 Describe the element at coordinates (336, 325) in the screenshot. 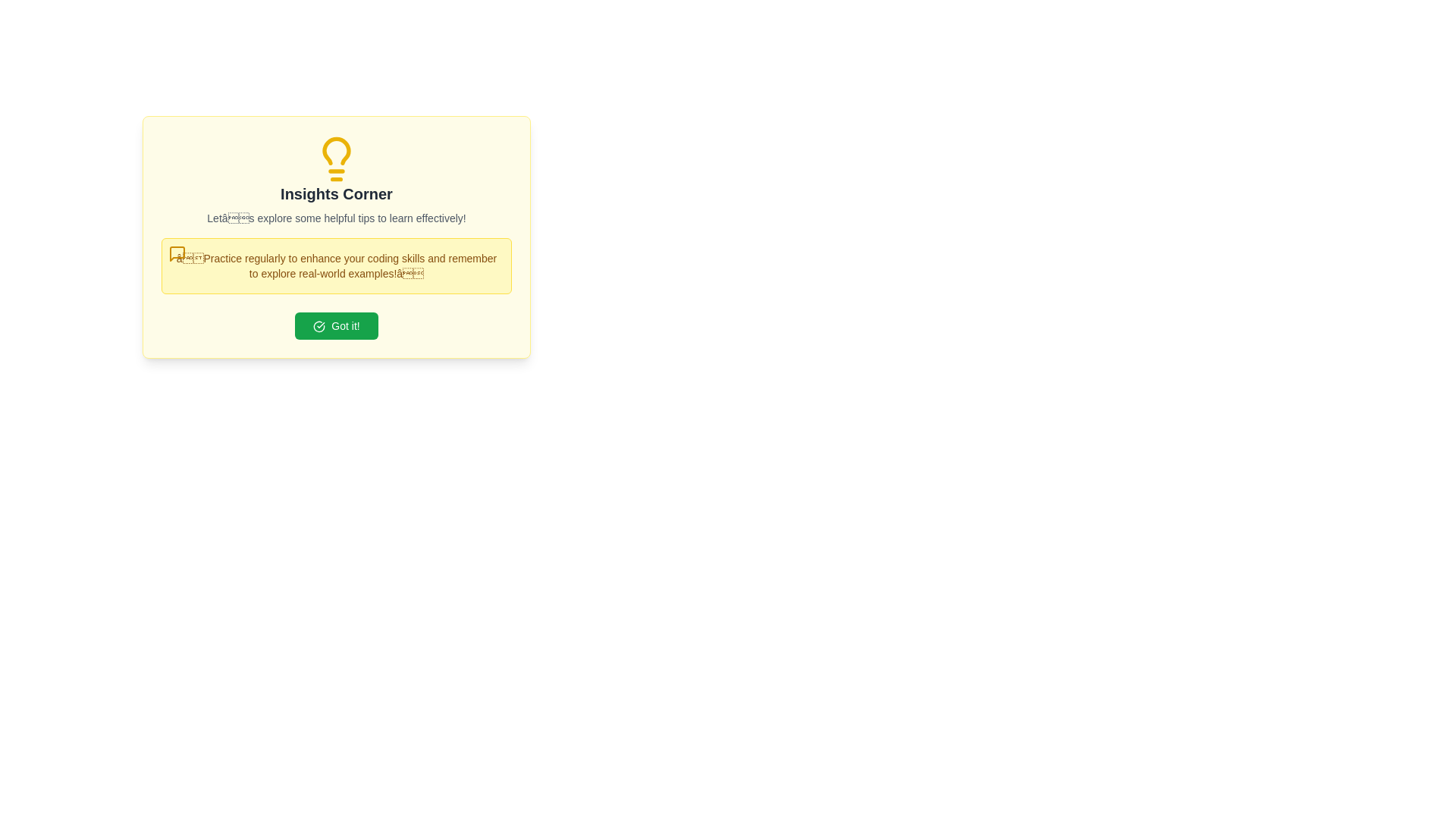

I see `the 'Got it!' button with a green background and checkmark icon` at that location.